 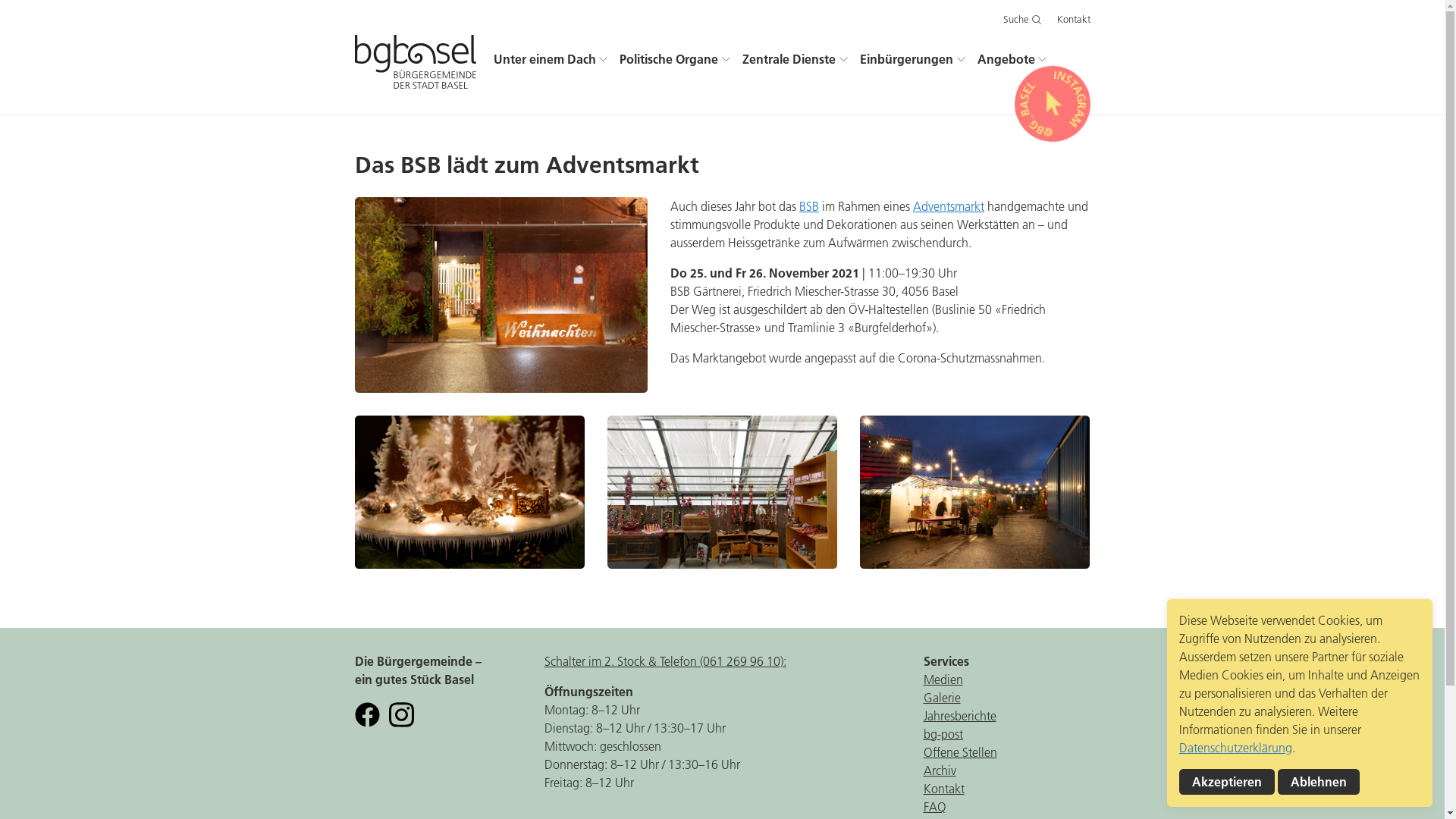 What do you see at coordinates (959, 752) in the screenshot?
I see `'Offene Stellen'` at bounding box center [959, 752].